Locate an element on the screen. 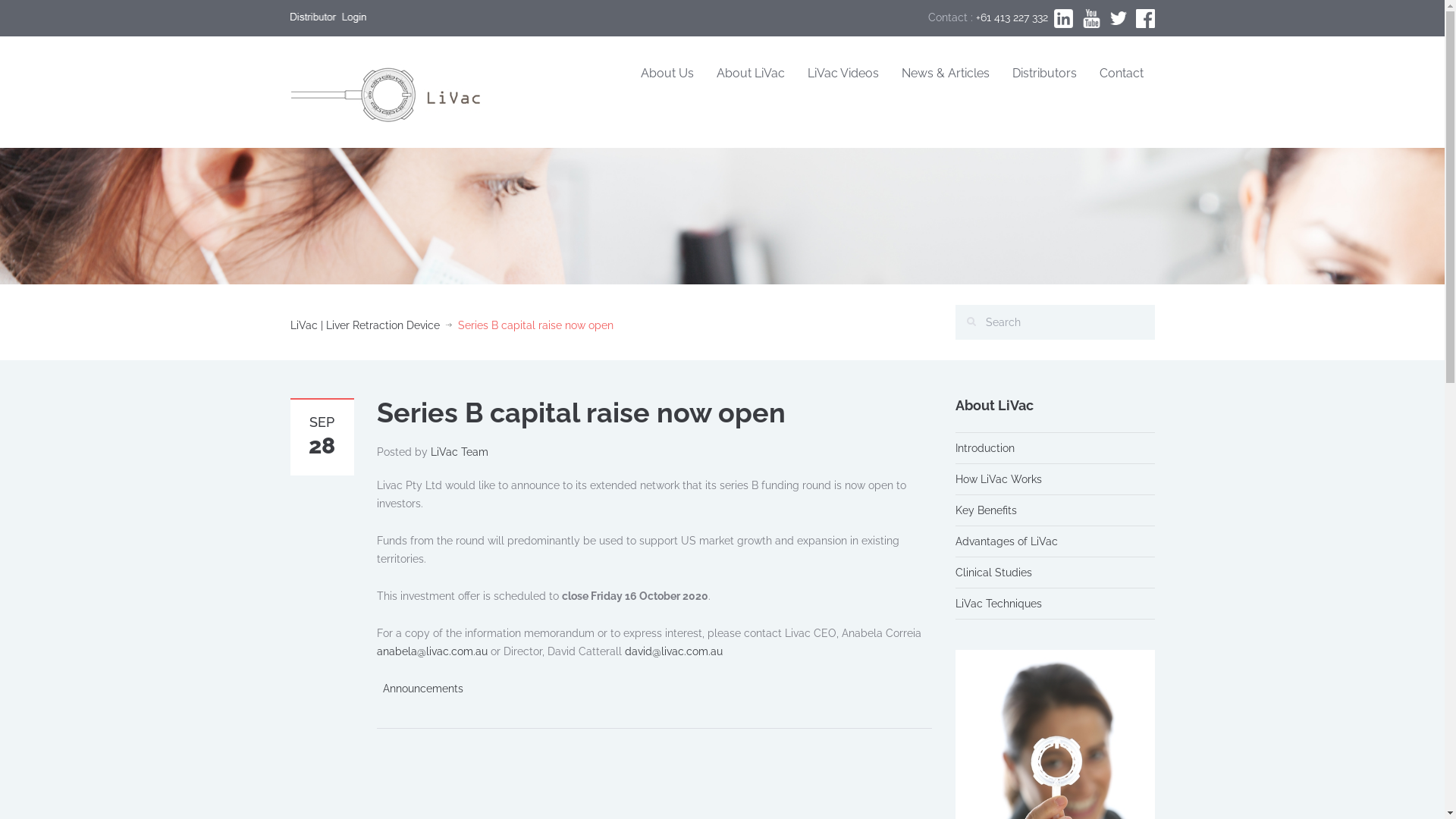 This screenshot has height=819, width=1456. 'david@livac.com.au' is located at coordinates (625, 651).